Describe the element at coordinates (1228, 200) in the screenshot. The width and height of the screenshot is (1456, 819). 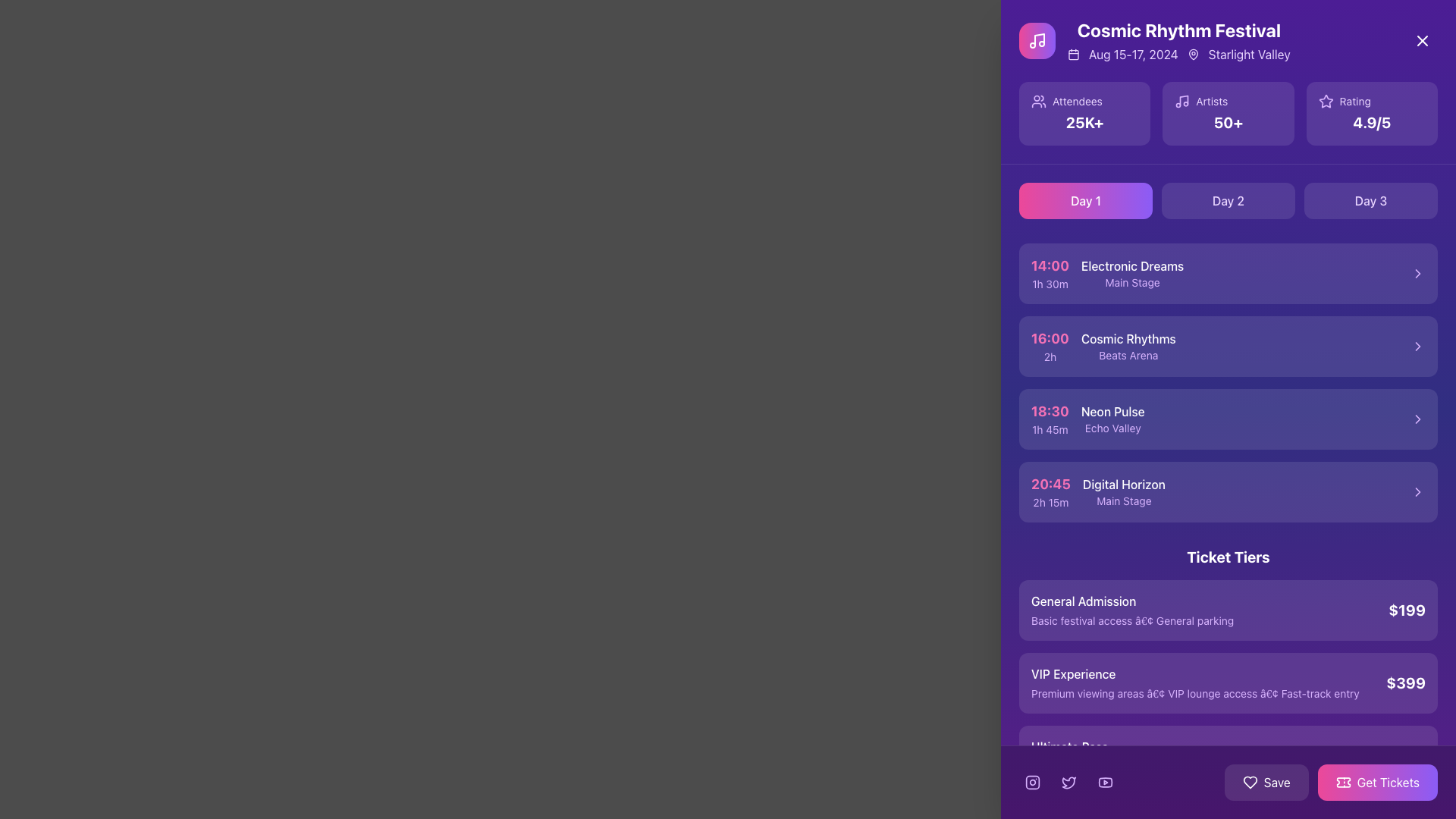
I see `the 'Day 2' text label in the tab selection interface` at that location.